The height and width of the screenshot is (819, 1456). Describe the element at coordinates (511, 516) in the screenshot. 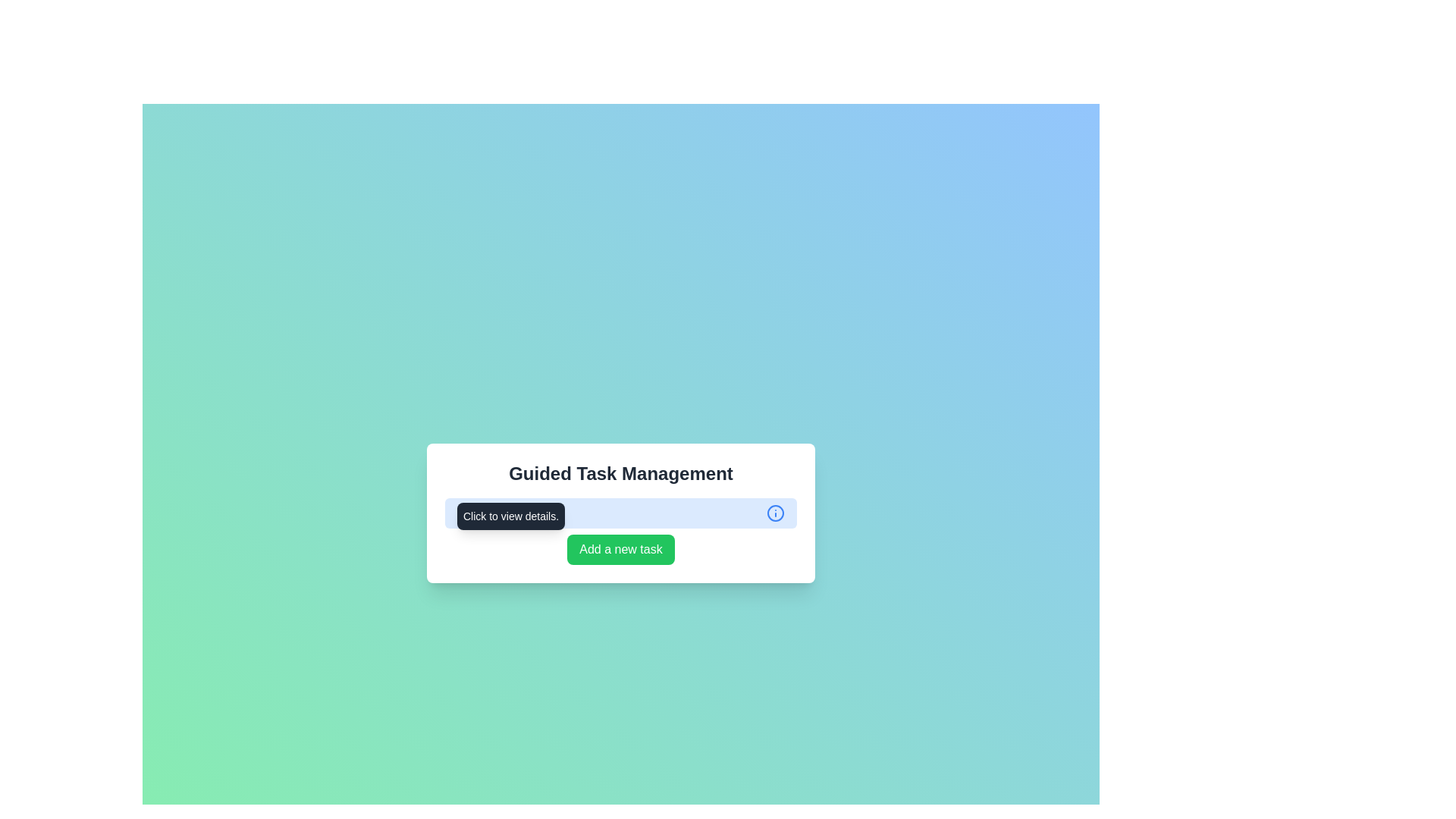

I see `the Tooltip that provides additional context or instructions related to 'Task 1'` at that location.